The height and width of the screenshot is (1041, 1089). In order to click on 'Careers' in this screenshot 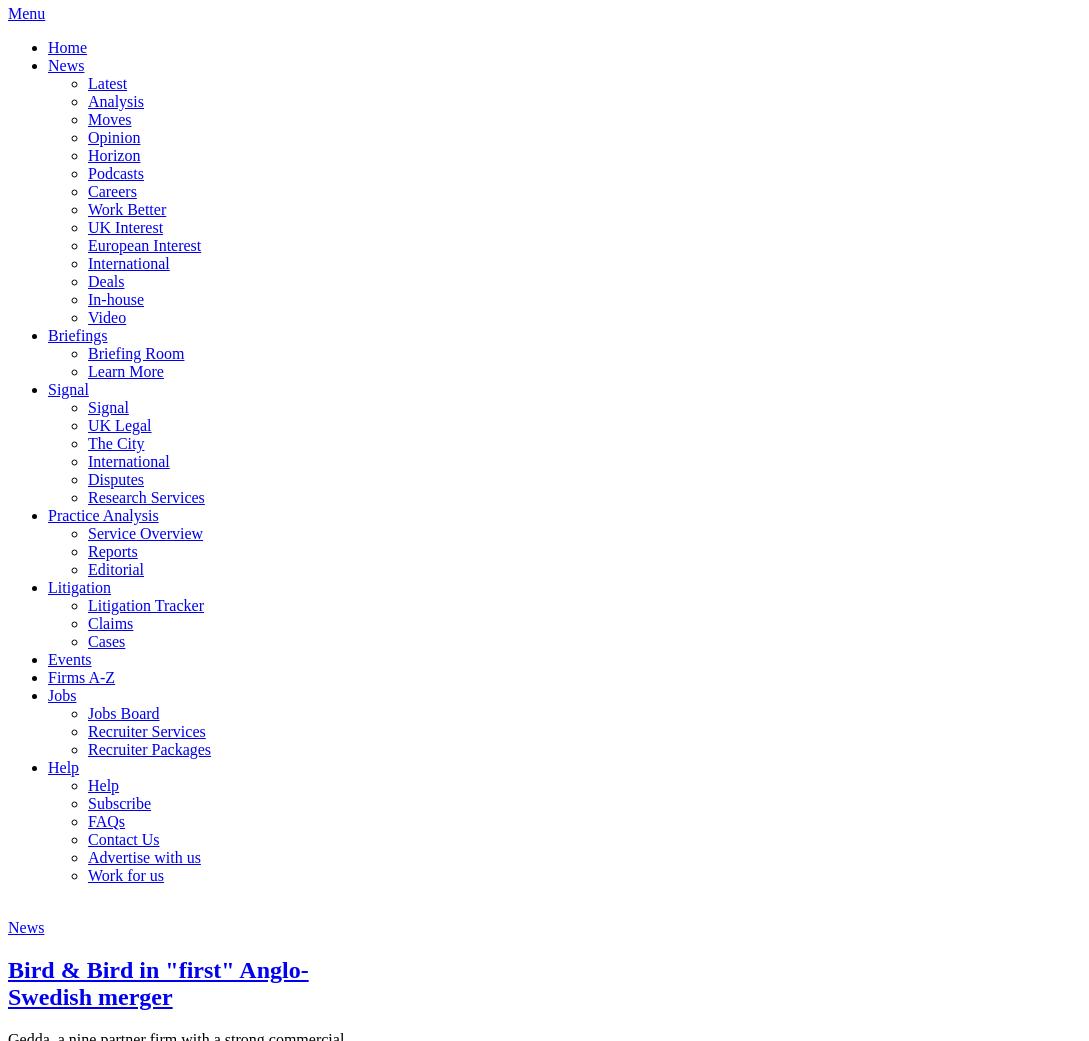, I will do `click(111, 190)`.